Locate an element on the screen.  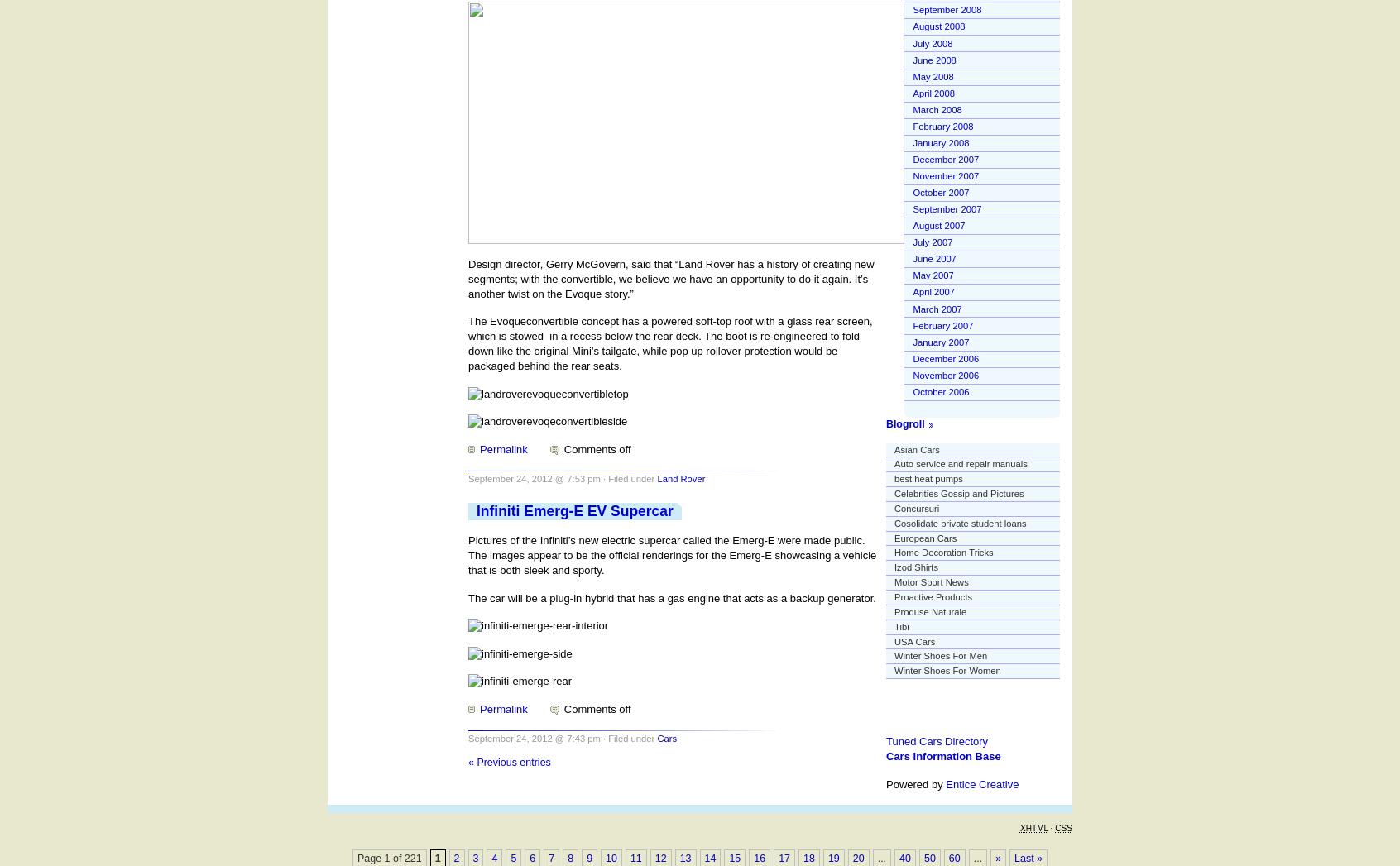
'Last »' is located at coordinates (1028, 858).